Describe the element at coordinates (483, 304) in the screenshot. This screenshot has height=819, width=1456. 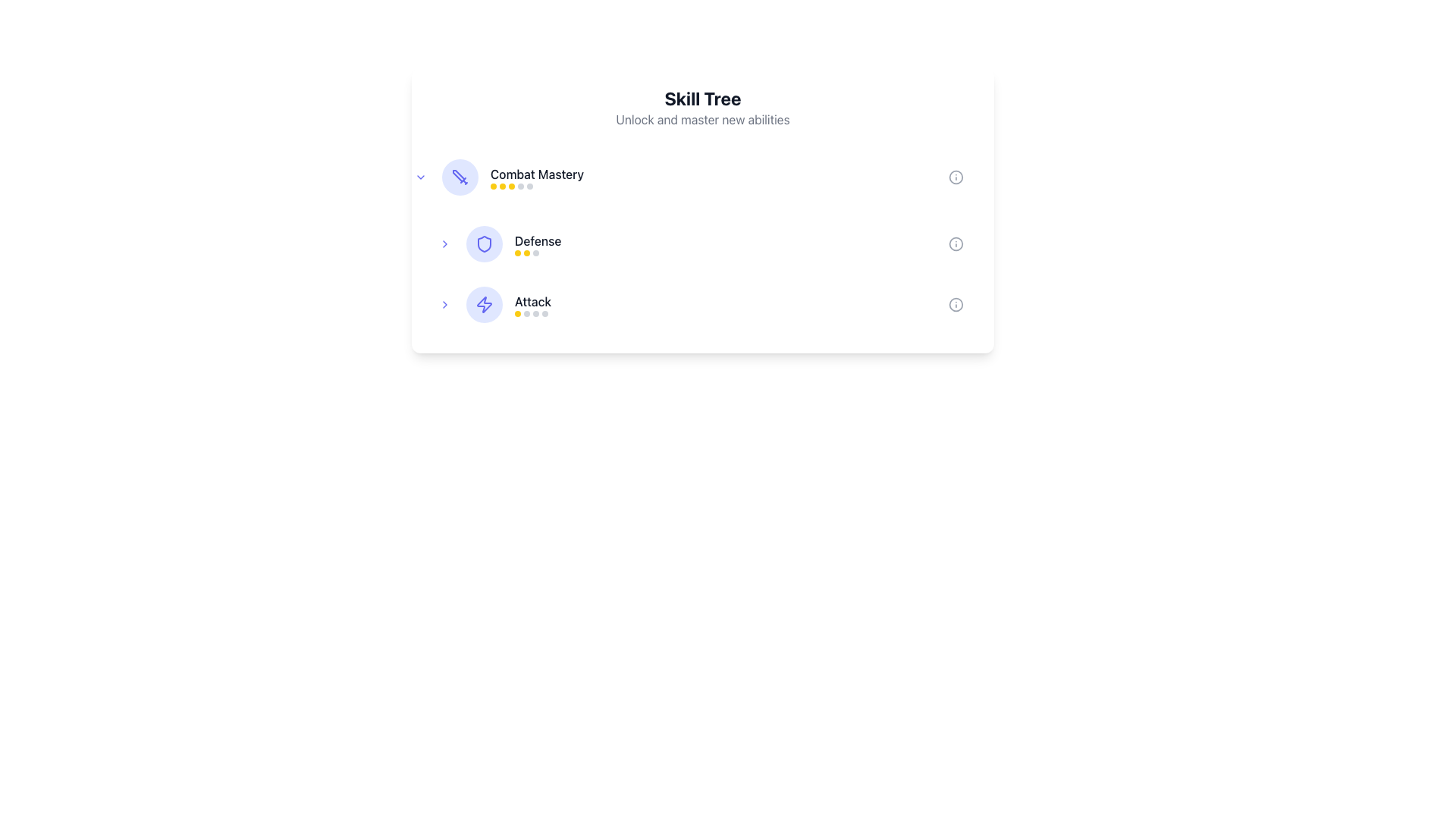
I see `the lightning bolt icon with a vibrant indigo tint located in the 'Attack' section of the 'Skill Tree' interface, positioned to the left of the 'Attack' text` at that location.